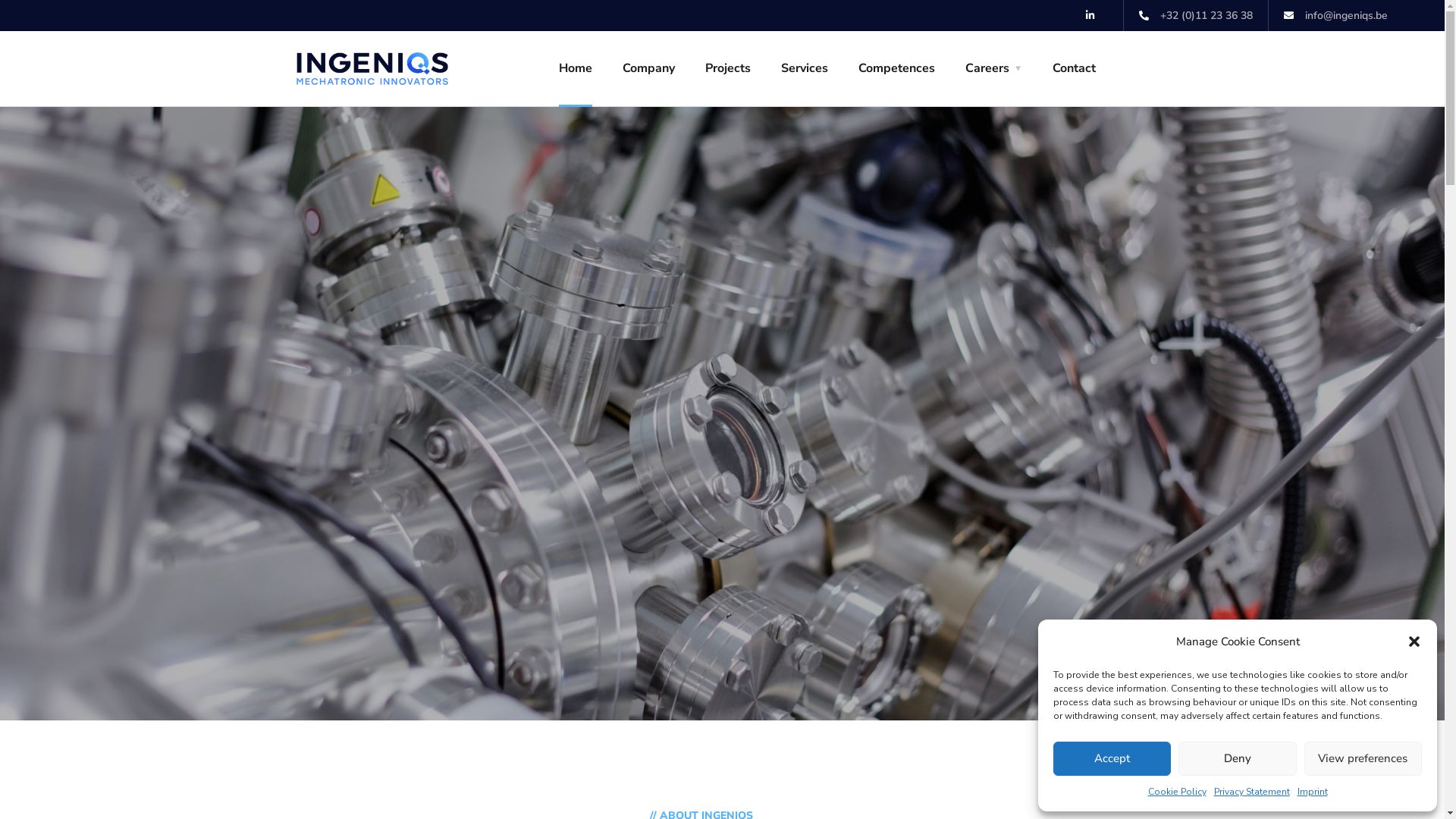  I want to click on 'Deny', so click(1237, 758).